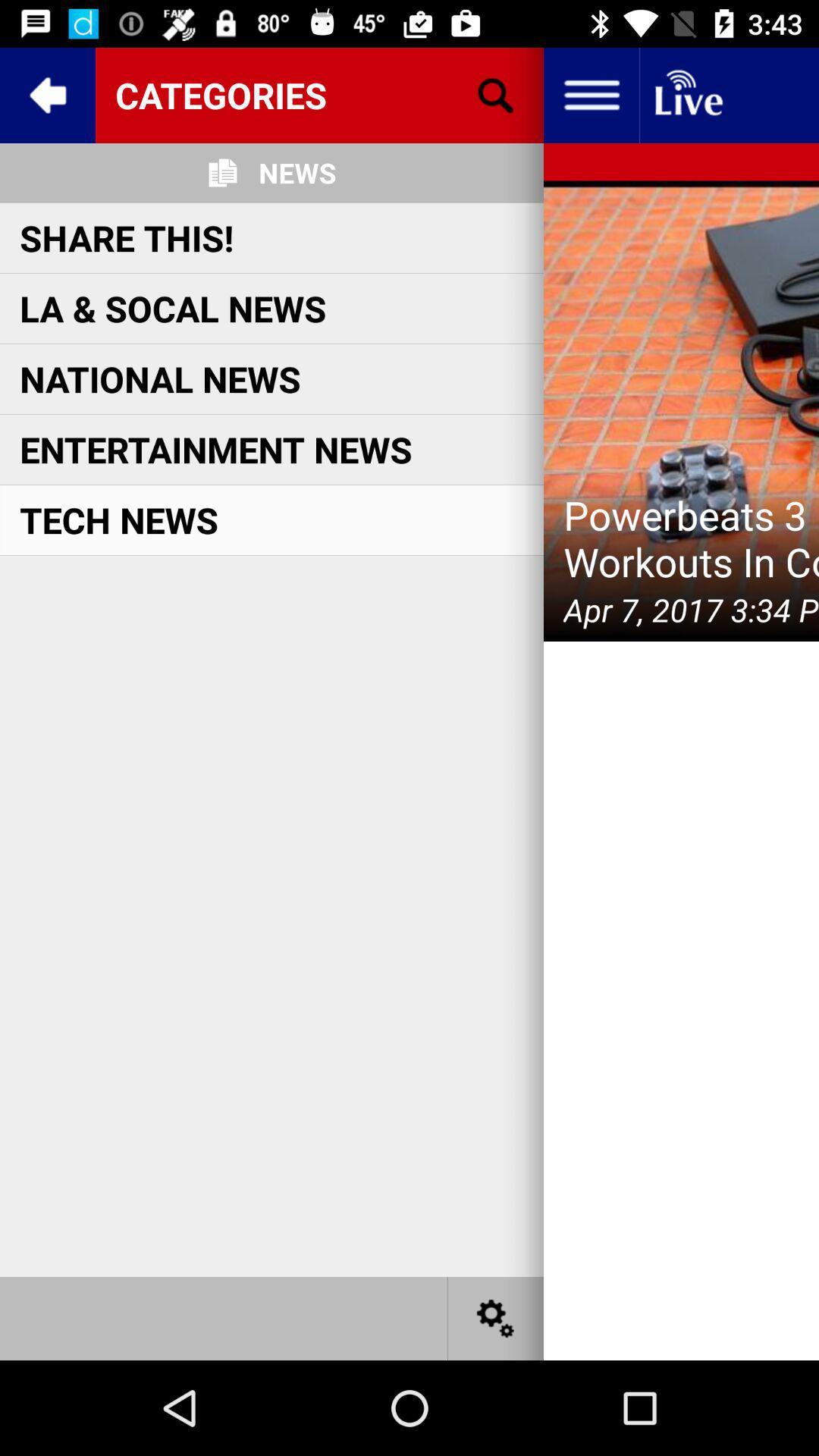  What do you see at coordinates (318, 94) in the screenshot?
I see `categories` at bounding box center [318, 94].